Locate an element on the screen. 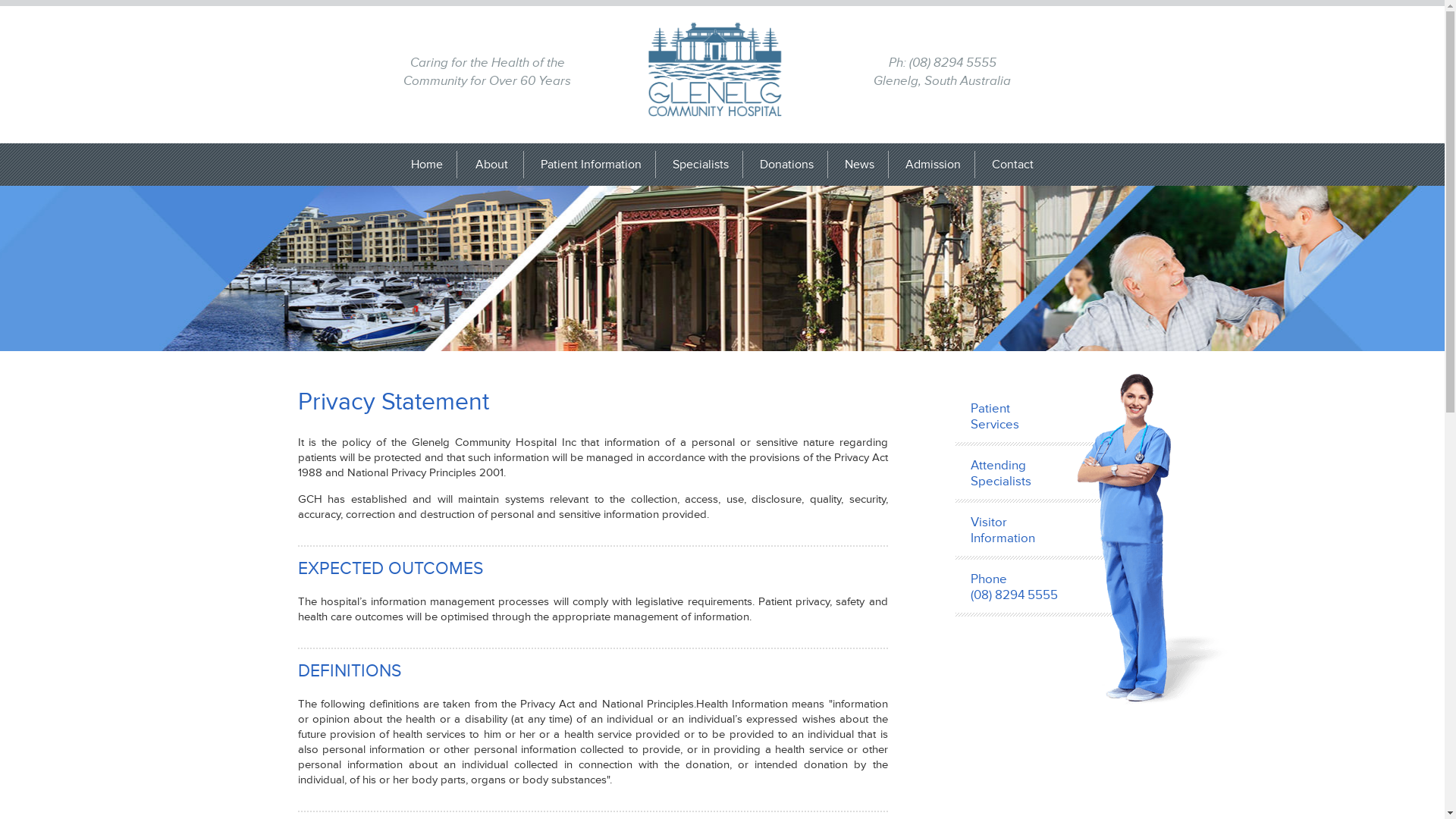 This screenshot has height=819, width=1456. 'Home' is located at coordinates (397, 164).